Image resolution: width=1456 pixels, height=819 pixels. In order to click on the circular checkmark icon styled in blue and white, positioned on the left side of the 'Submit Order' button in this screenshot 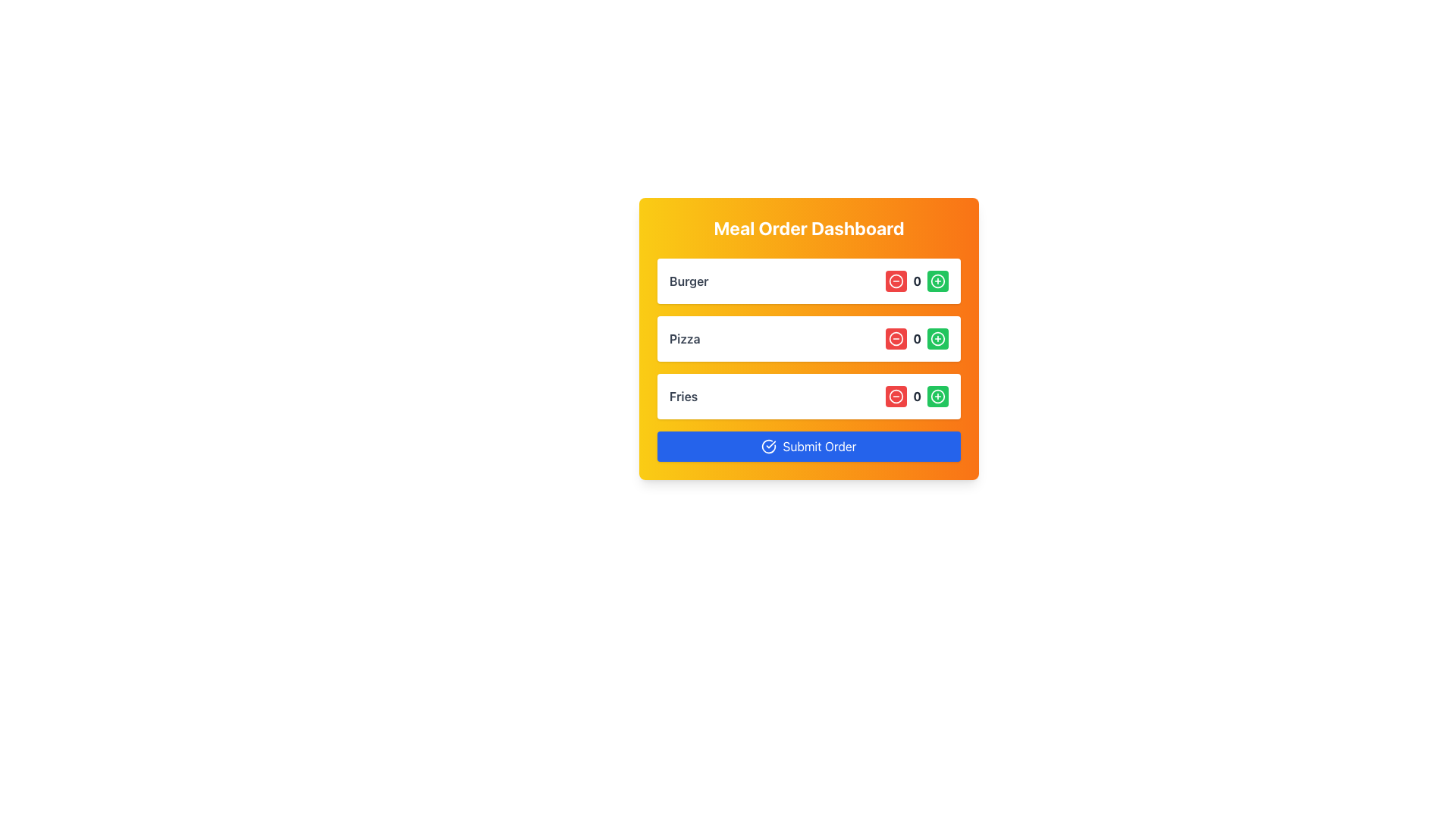, I will do `click(769, 446)`.